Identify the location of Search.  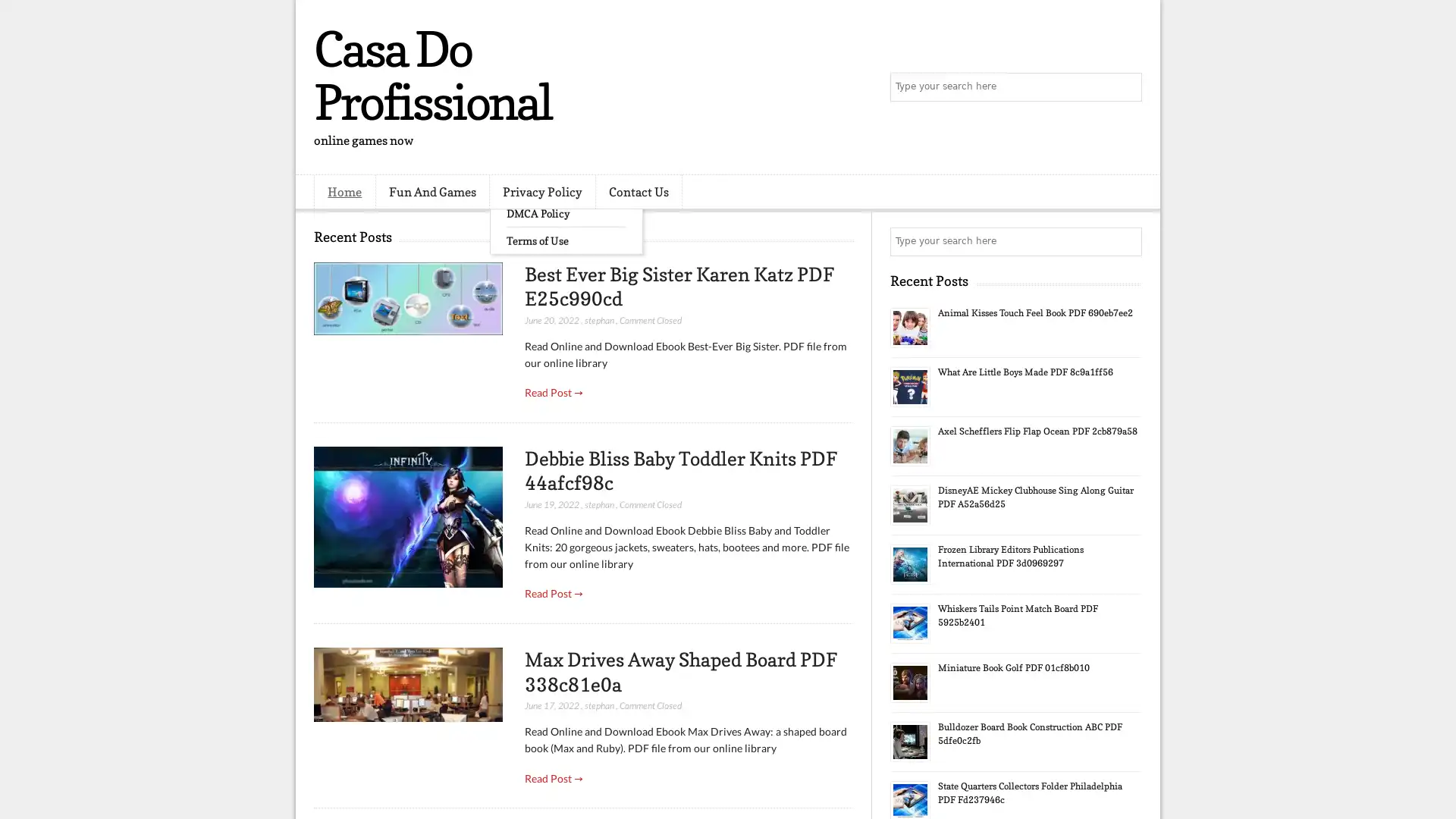
(1126, 87).